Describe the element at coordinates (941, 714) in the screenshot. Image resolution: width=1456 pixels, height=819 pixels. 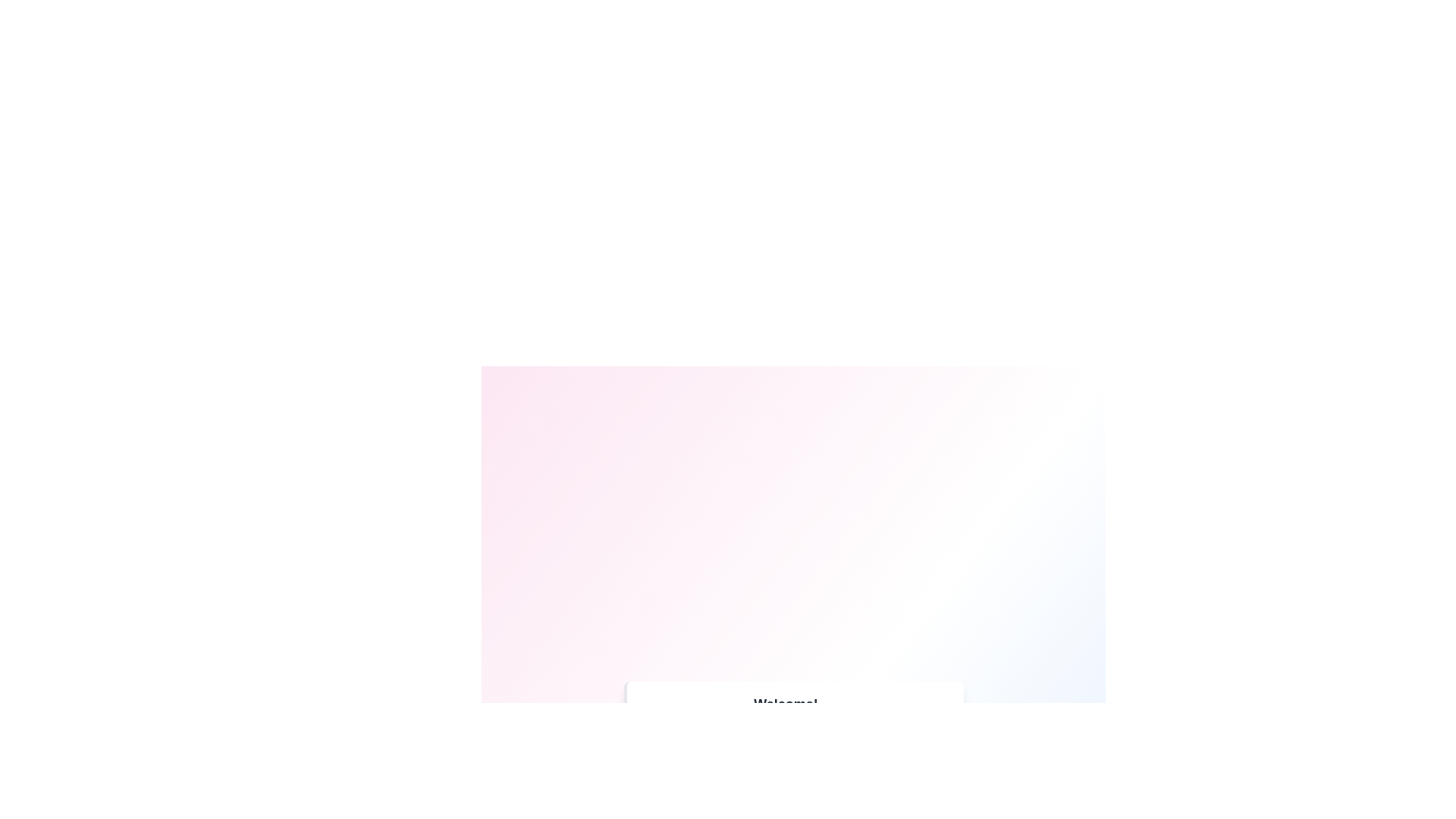
I see `close icon of the first notification to dismiss it` at that location.